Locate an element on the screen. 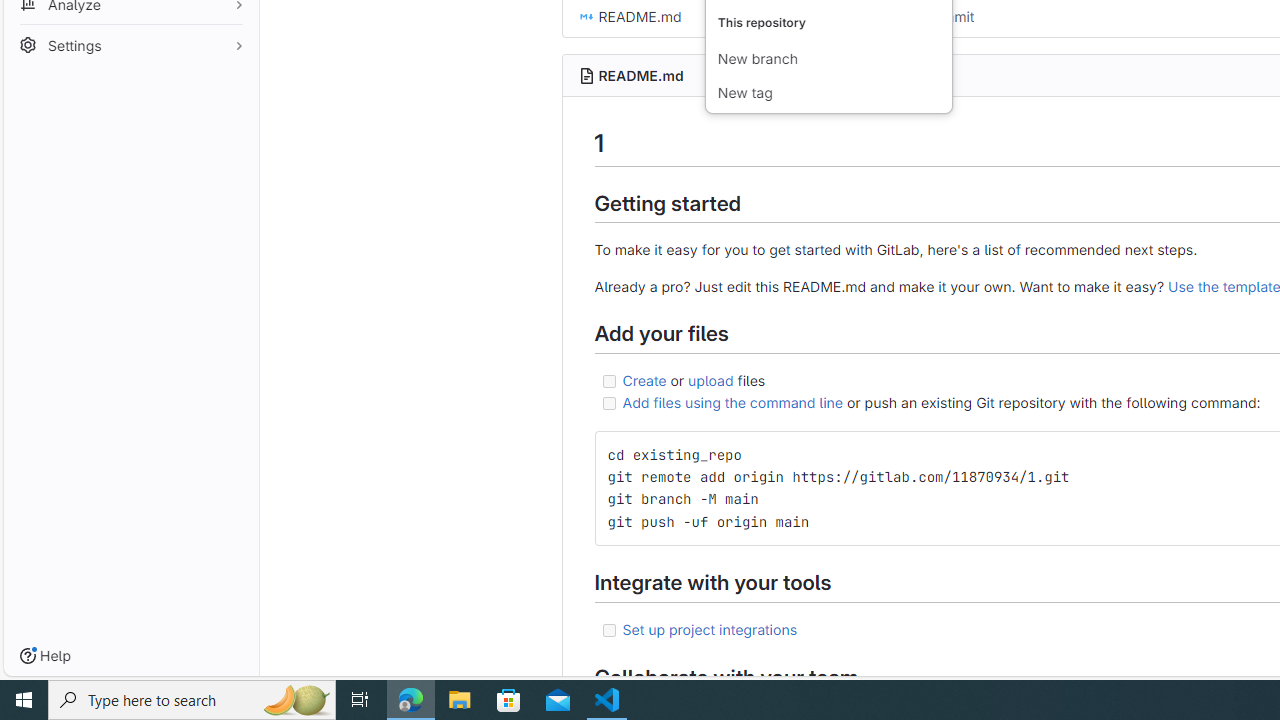 Image resolution: width=1280 pixels, height=720 pixels. 'New branch' is located at coordinates (828, 58).